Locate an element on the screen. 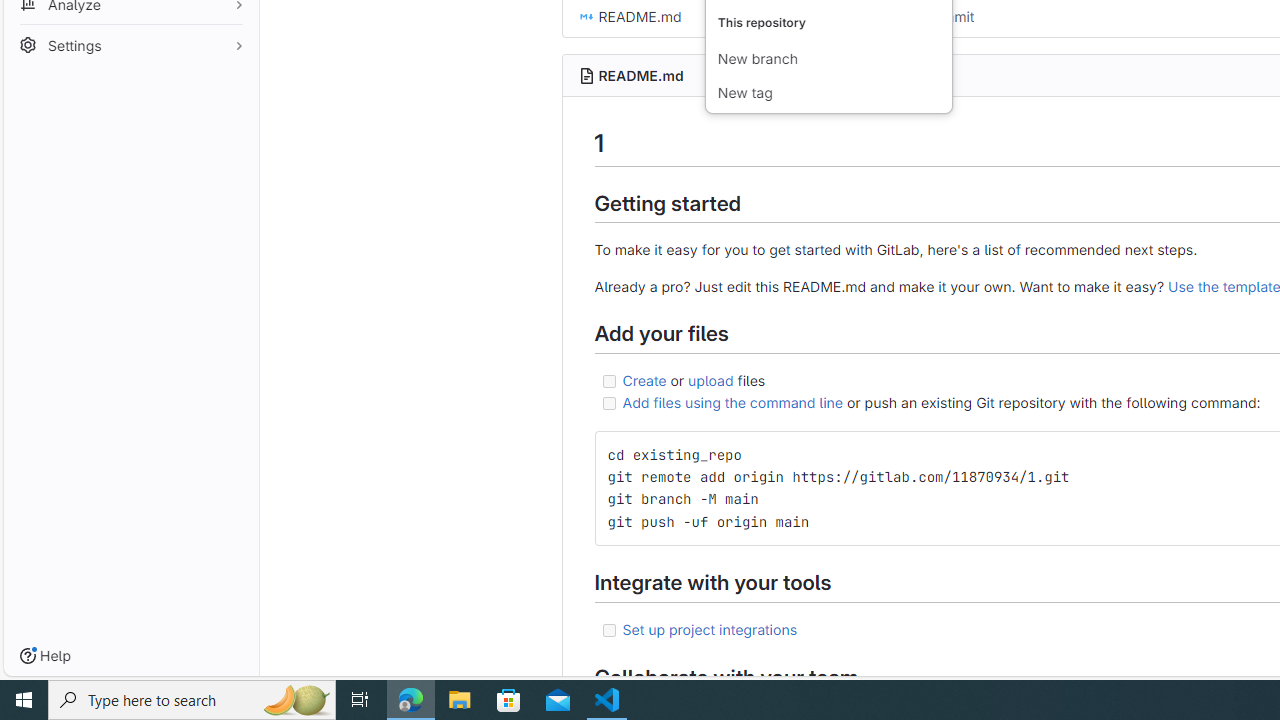 Image resolution: width=1280 pixels, height=720 pixels. 'New branch' is located at coordinates (828, 58).